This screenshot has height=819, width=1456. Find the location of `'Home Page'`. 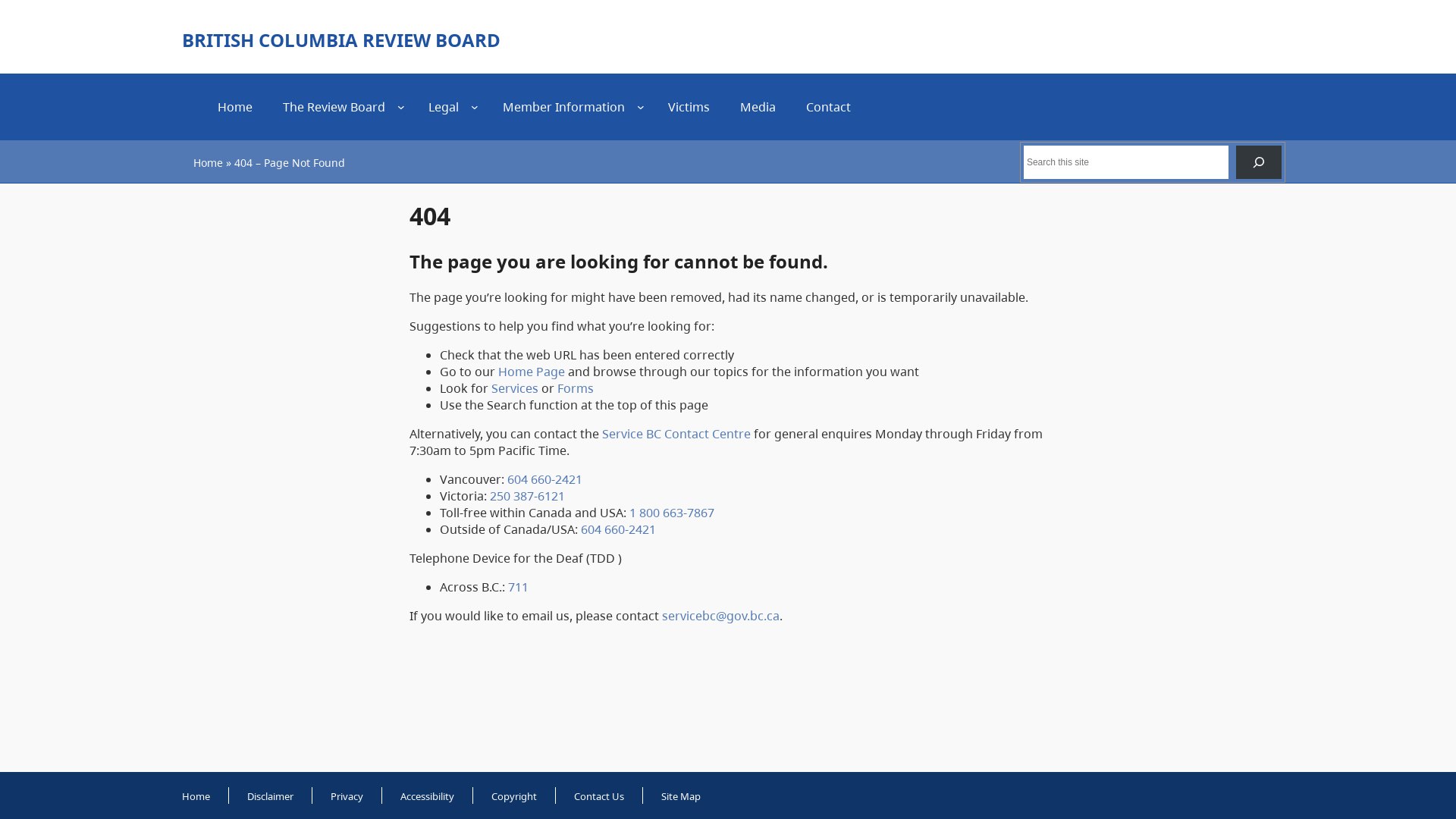

'Home Page' is located at coordinates (531, 371).